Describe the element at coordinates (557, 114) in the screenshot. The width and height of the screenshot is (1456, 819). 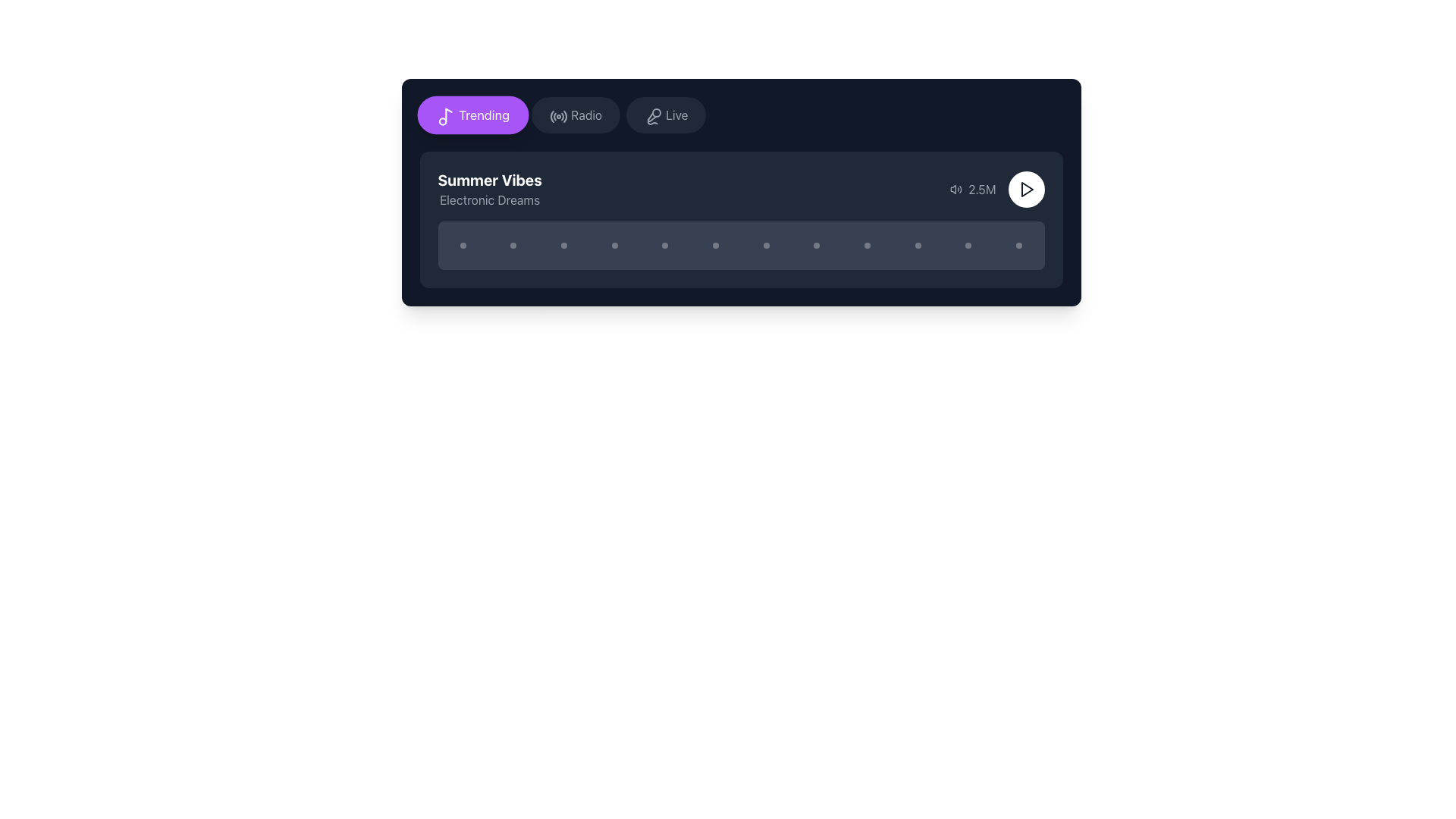
I see `the 'Radio' feature icon, which is the leftmost graphical component in the horizontal menu bar near the top of the interface` at that location.